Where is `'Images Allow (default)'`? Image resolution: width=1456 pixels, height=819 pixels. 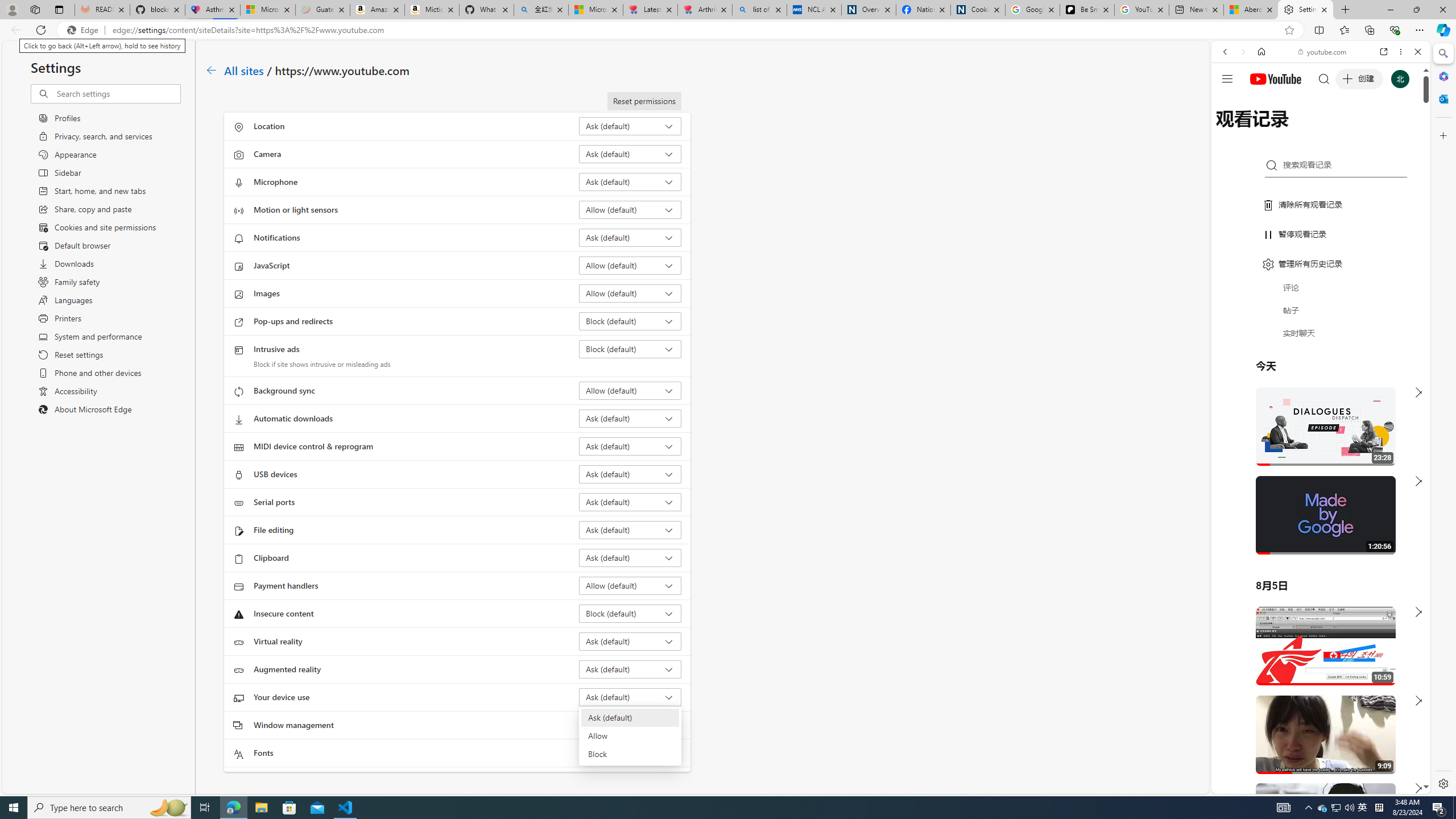 'Images Allow (default)' is located at coordinates (630, 292).